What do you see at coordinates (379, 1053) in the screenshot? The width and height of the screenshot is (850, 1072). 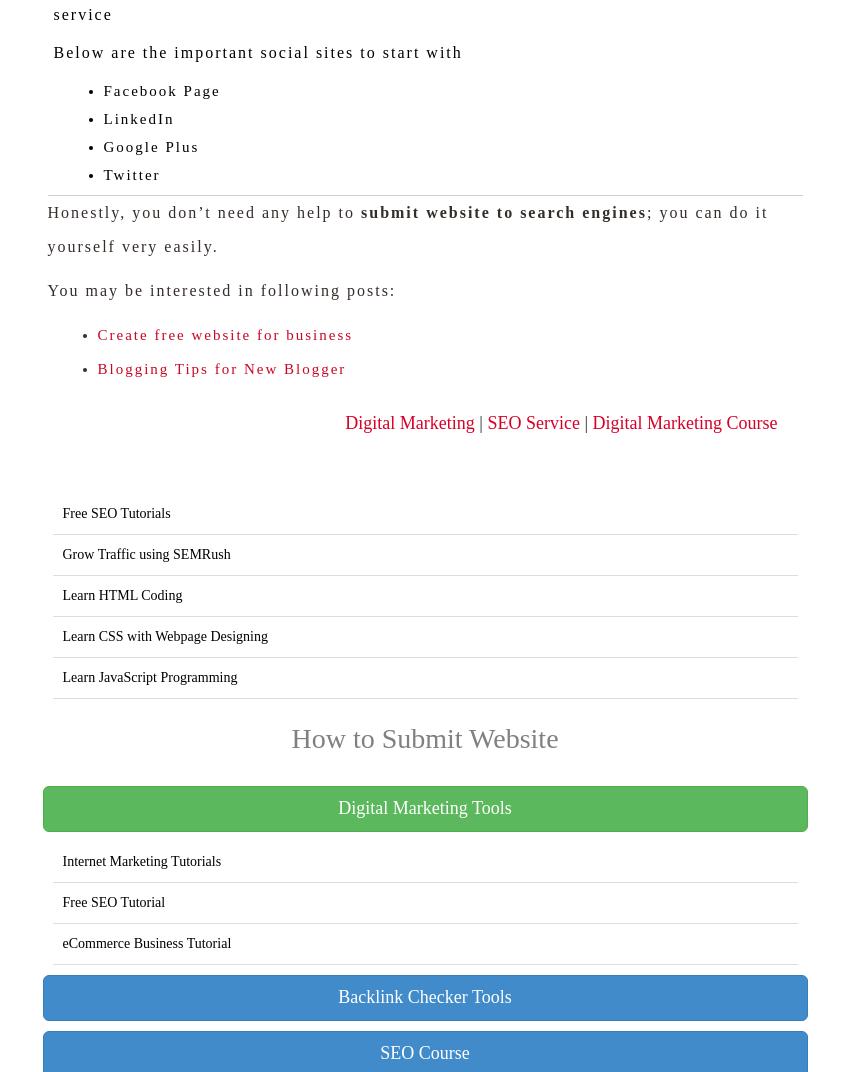 I see `'SEO Course'` at bounding box center [379, 1053].